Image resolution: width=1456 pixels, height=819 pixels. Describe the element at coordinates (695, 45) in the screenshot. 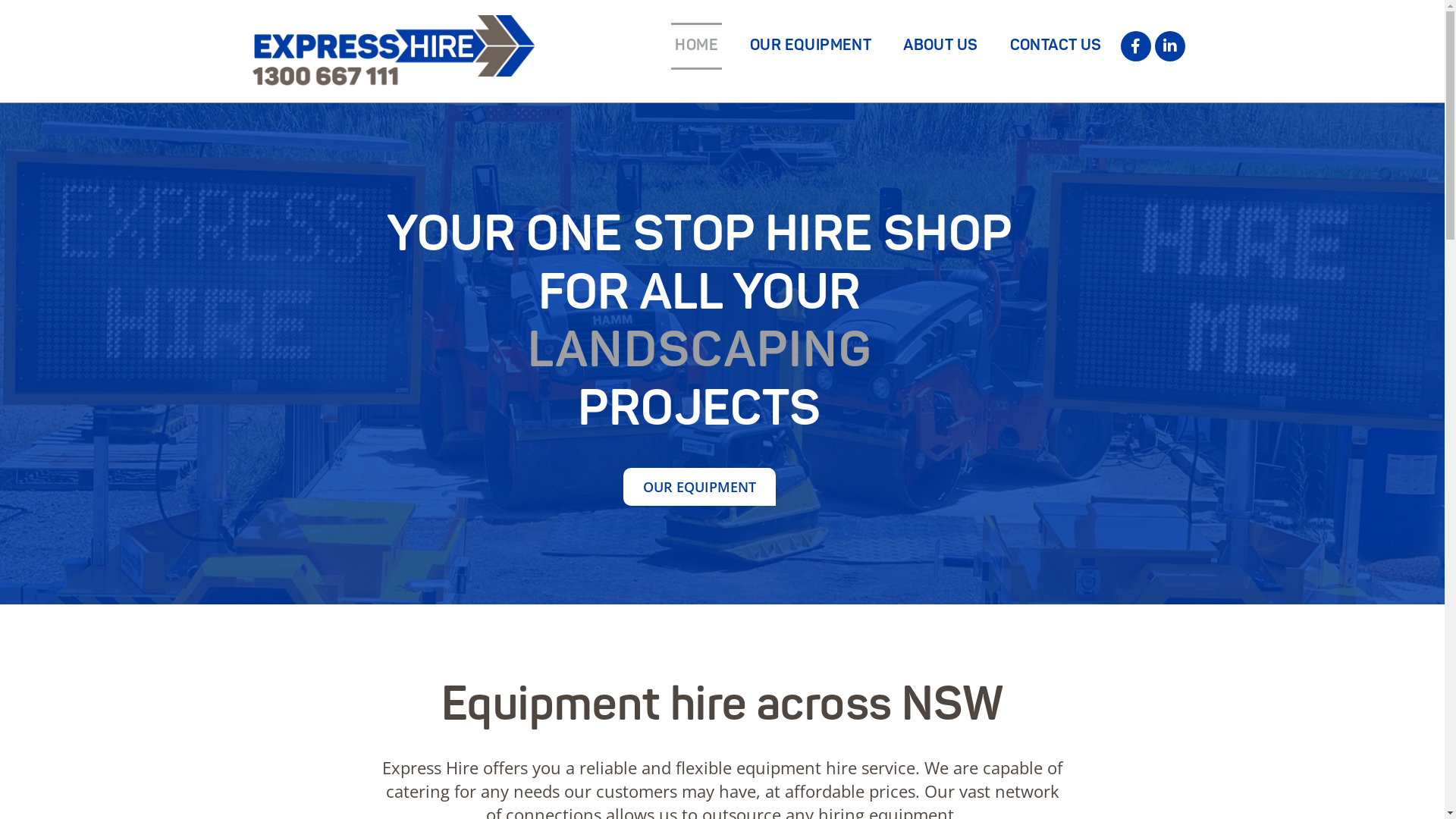

I see `'HOME'` at that location.